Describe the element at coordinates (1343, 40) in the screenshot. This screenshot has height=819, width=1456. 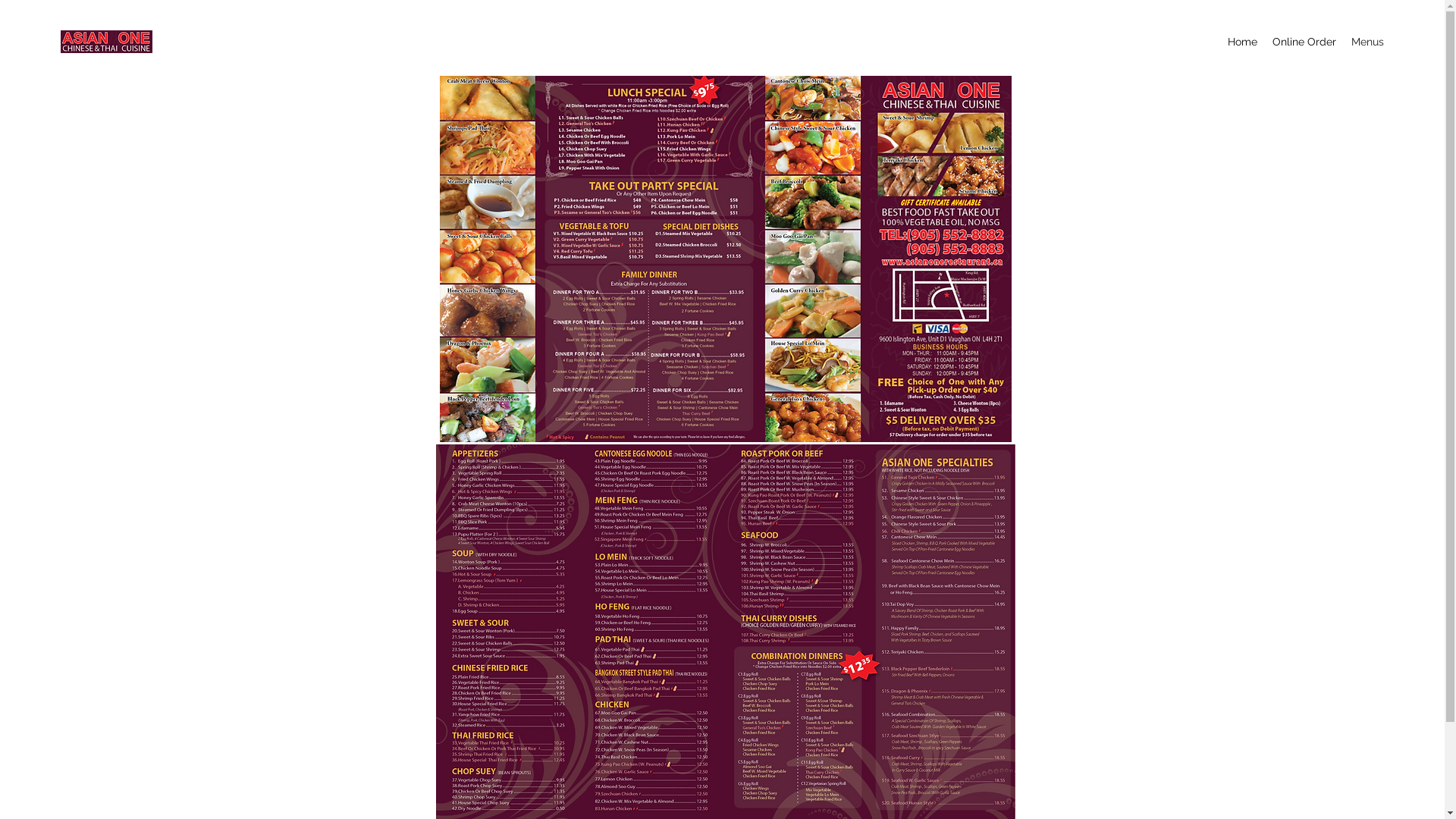
I see `'Menus'` at that location.